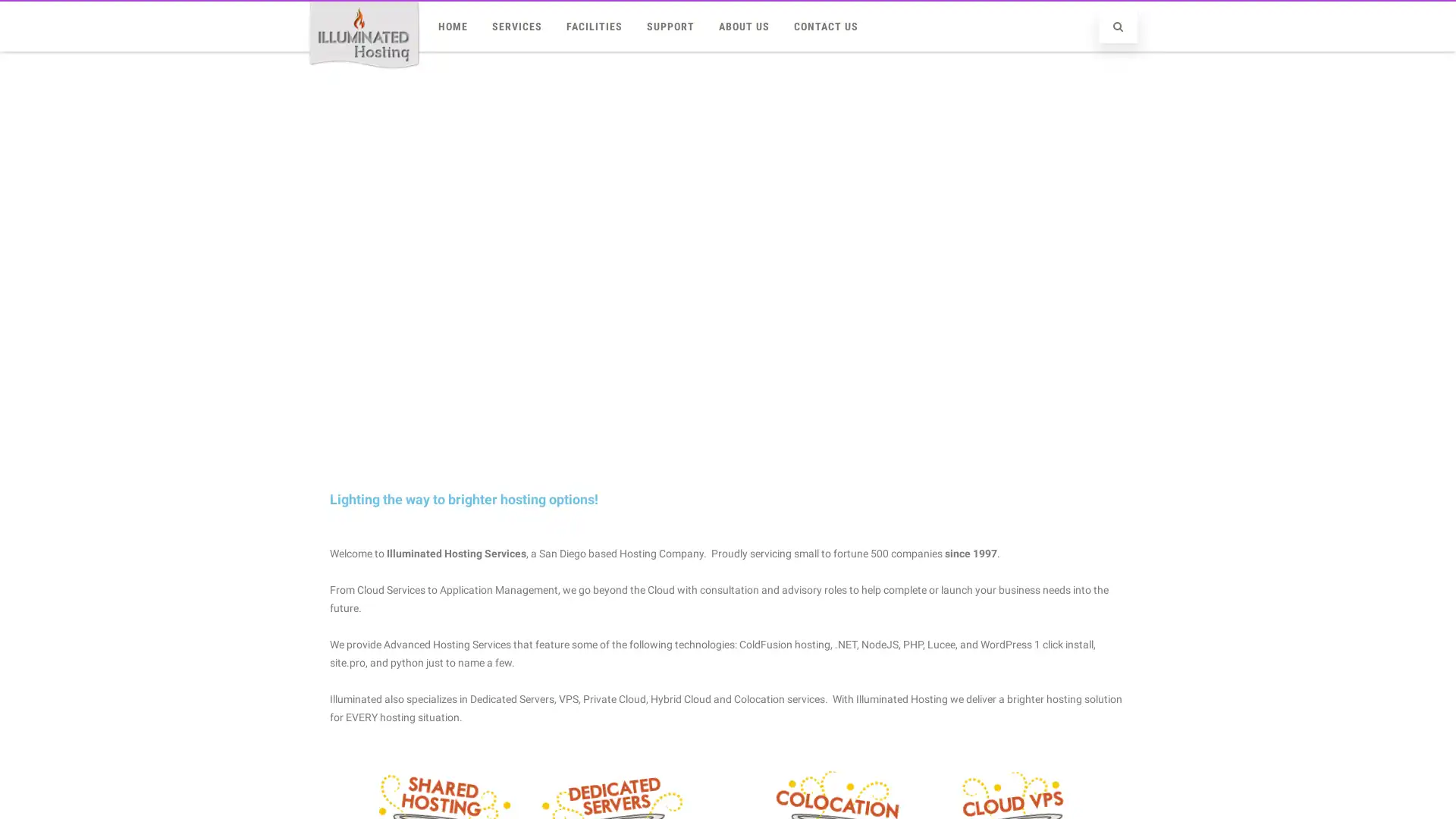 The image size is (1456, 819). I want to click on slider4, so click(748, 489).